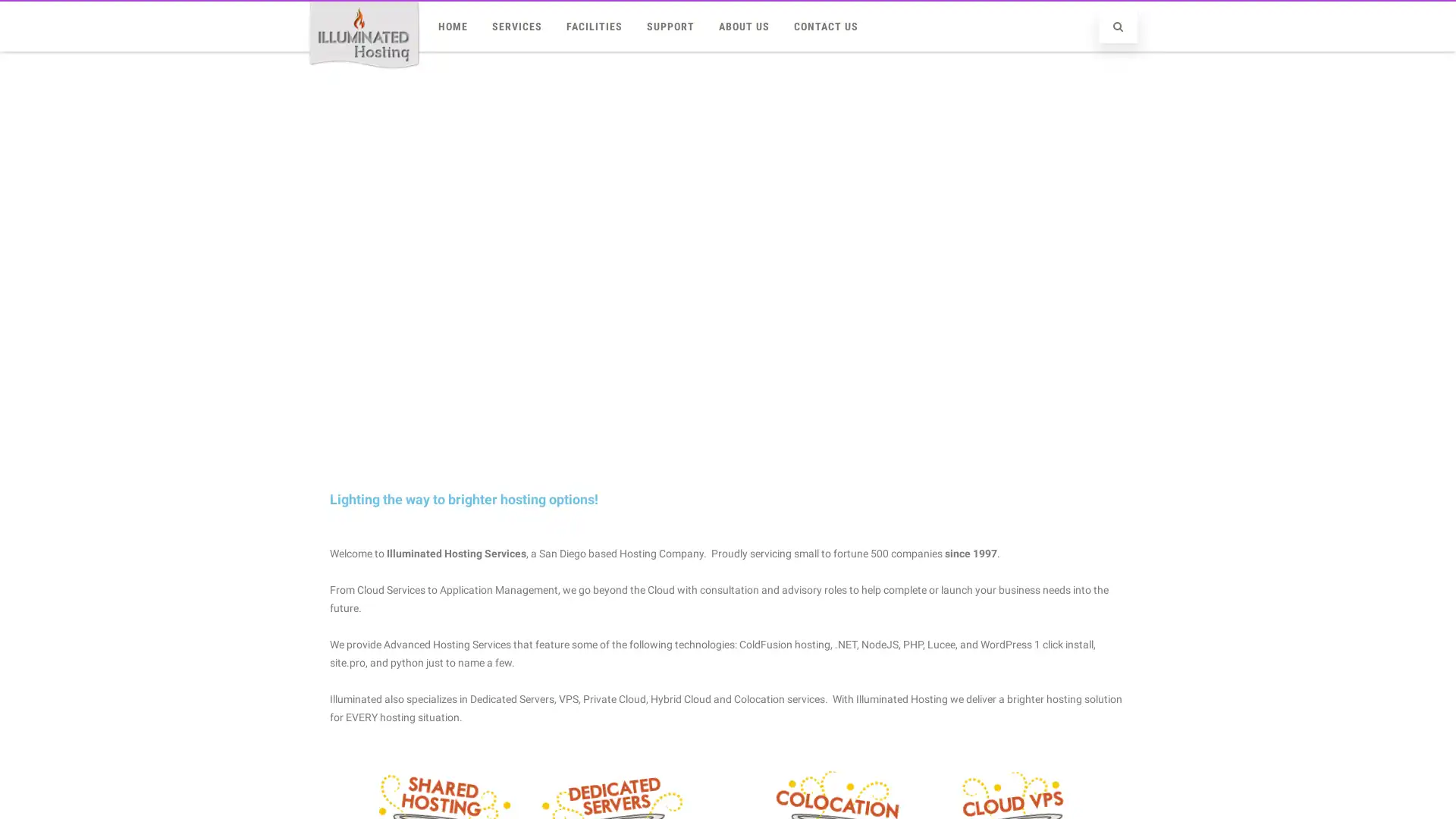 The image size is (1456, 819). I want to click on slider4, so click(748, 489).